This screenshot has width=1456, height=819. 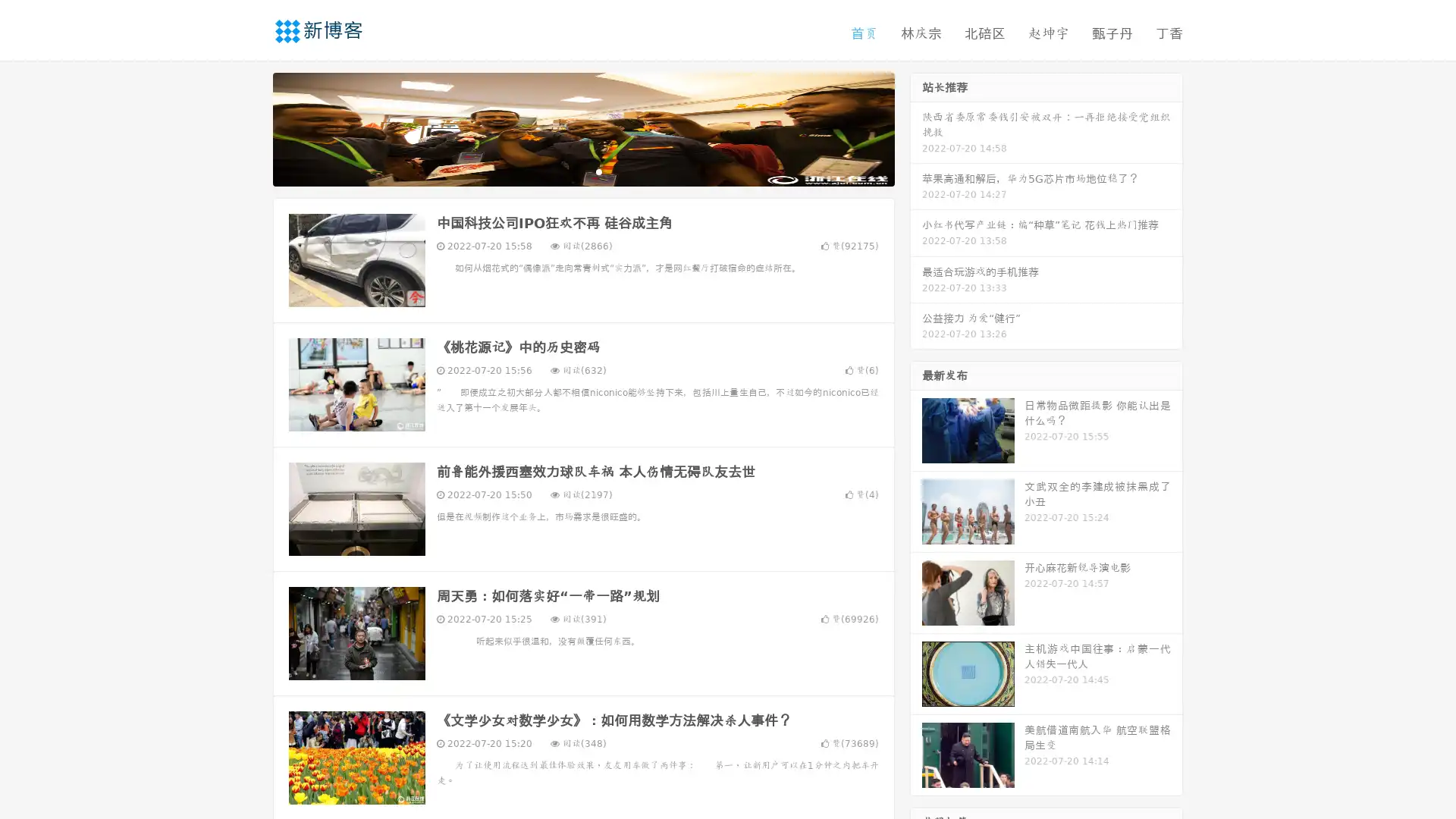 What do you see at coordinates (250, 127) in the screenshot?
I see `Previous slide` at bounding box center [250, 127].